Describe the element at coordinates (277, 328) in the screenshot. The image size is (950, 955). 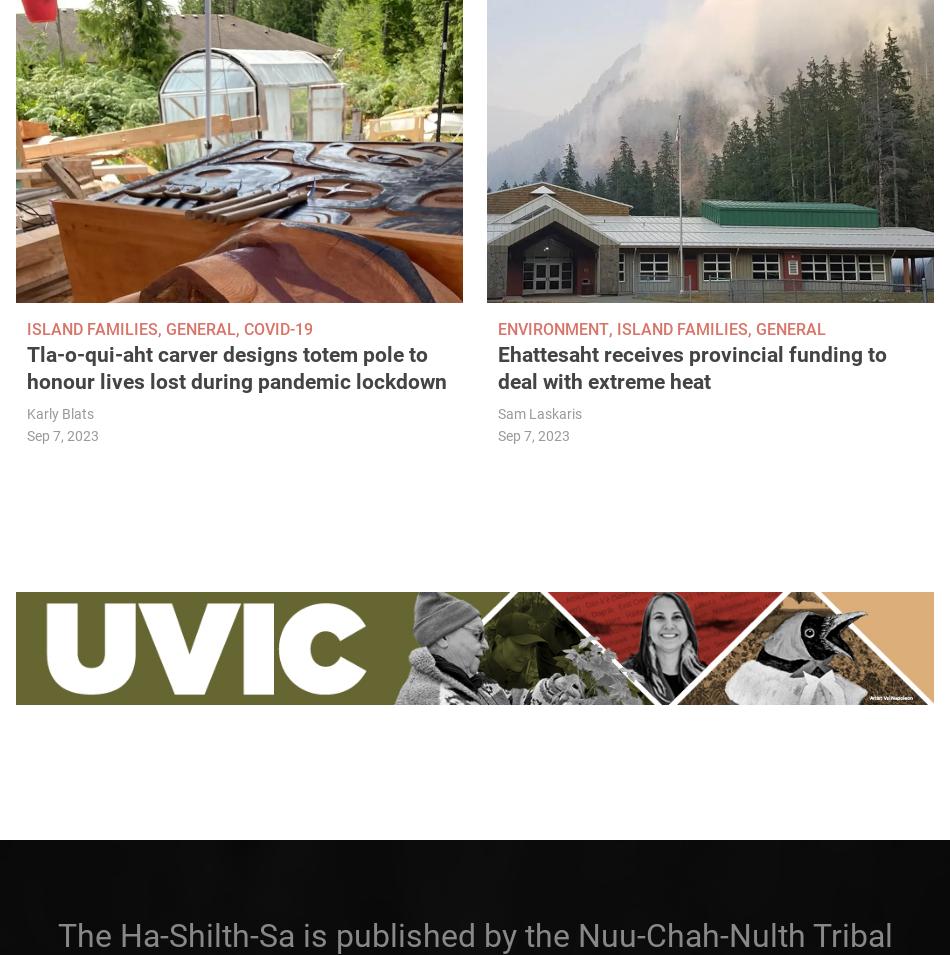
I see `'COVID-19'` at that location.